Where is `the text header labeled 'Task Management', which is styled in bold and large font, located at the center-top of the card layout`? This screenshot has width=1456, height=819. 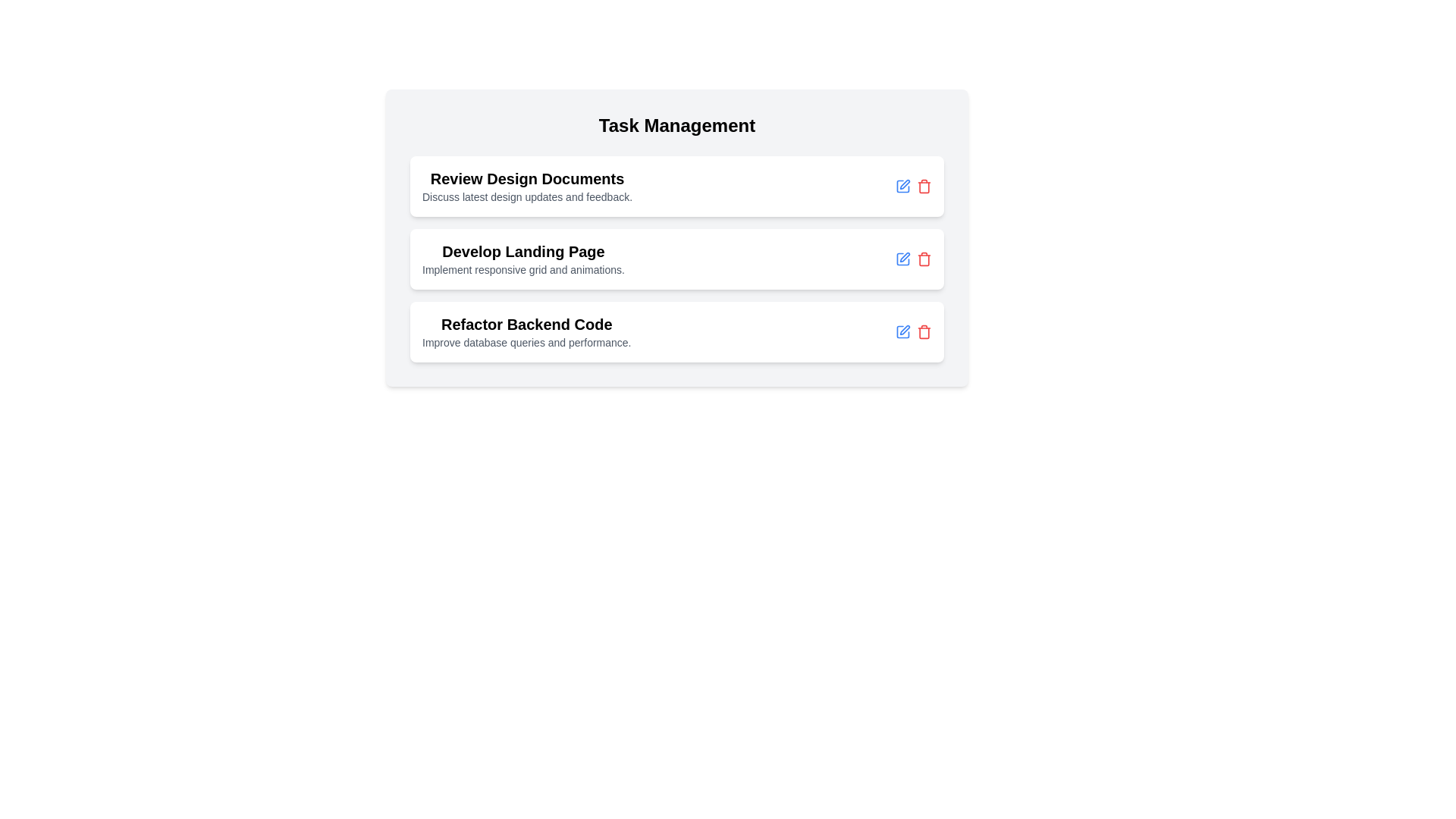 the text header labeled 'Task Management', which is styled in bold and large font, located at the center-top of the card layout is located at coordinates (676, 124).